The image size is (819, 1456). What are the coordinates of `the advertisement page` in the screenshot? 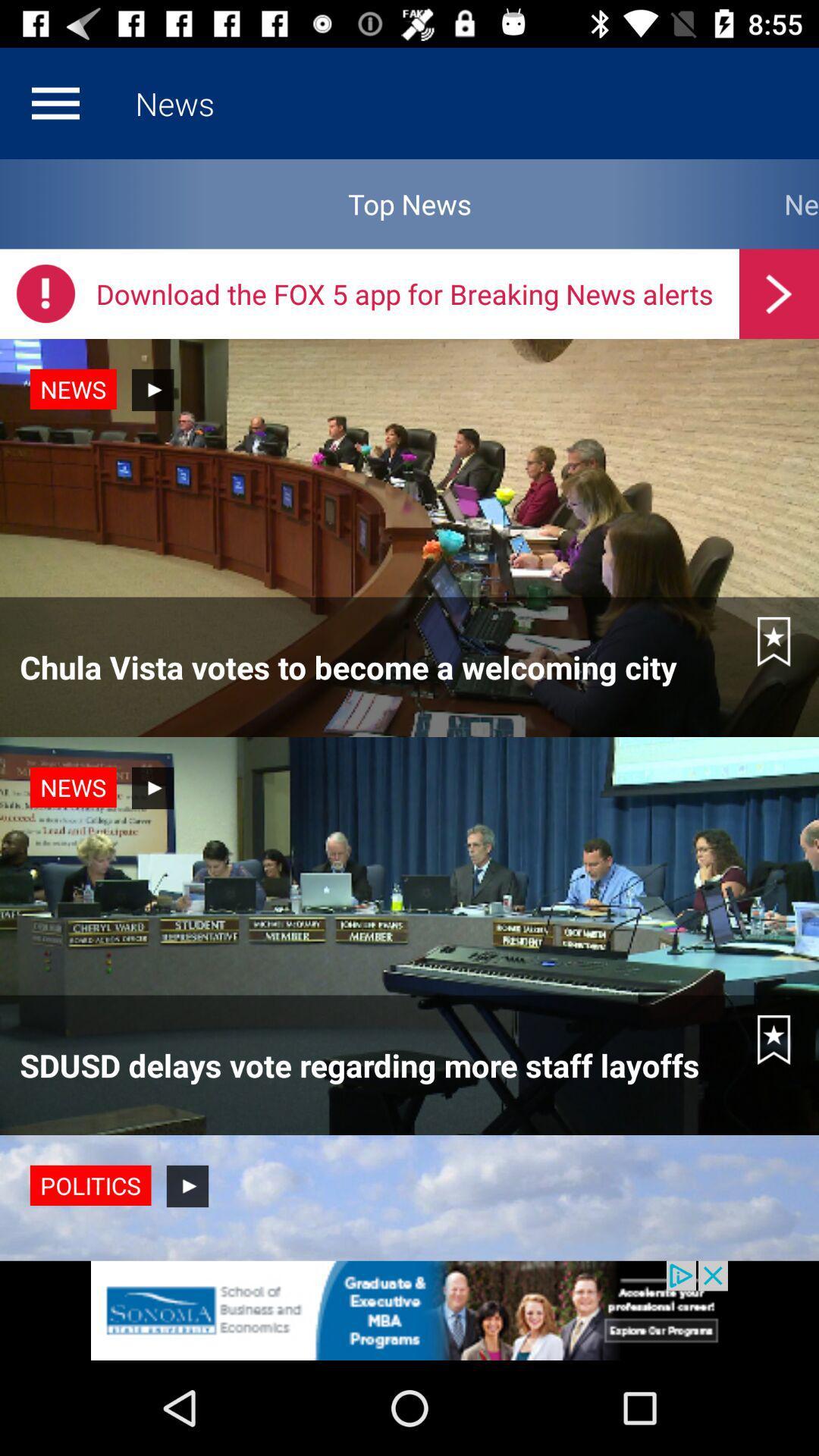 It's located at (409, 1310).